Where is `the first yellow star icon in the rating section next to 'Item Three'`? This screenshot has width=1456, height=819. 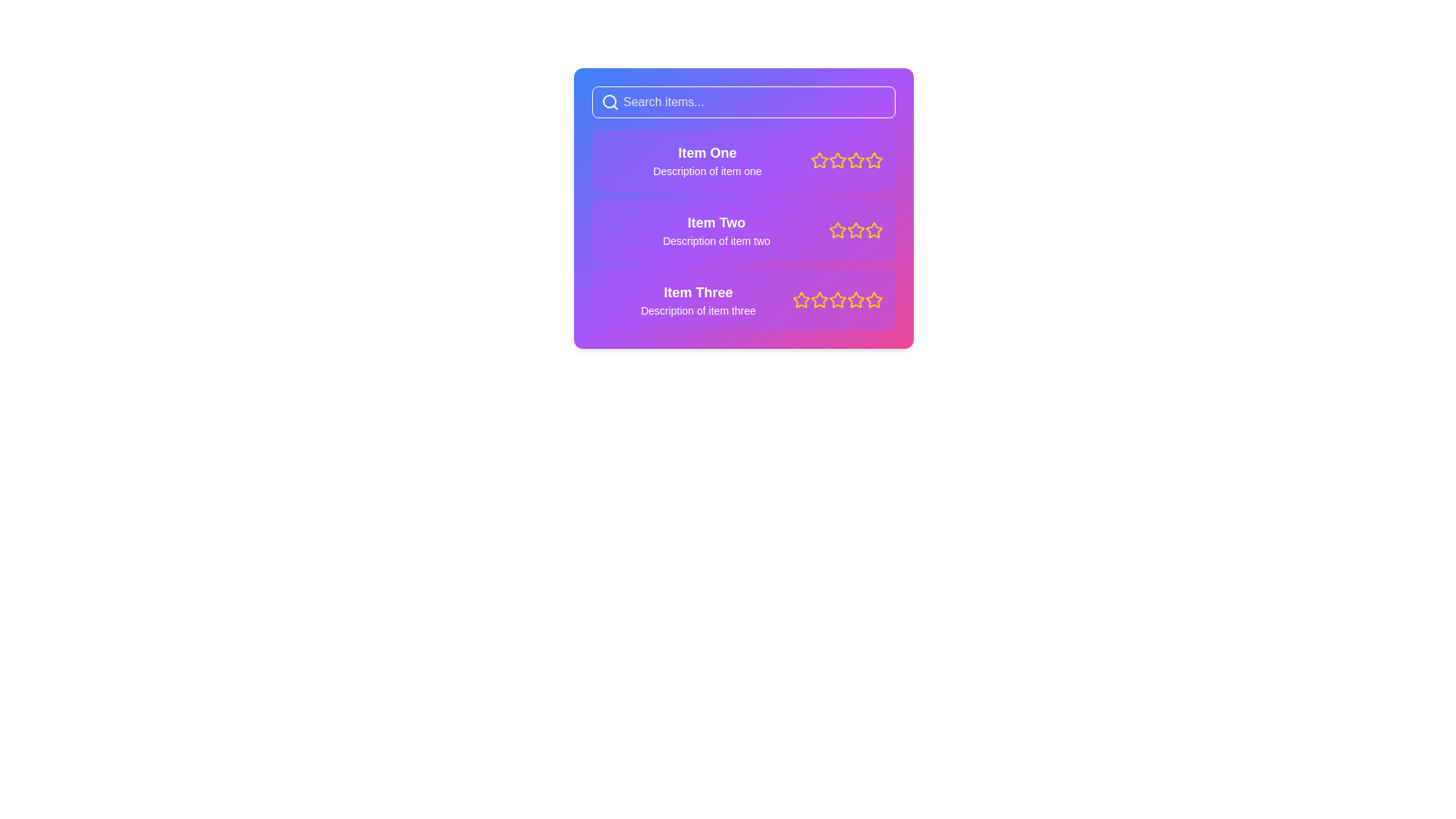 the first yellow star icon in the rating section next to 'Item Three' is located at coordinates (800, 300).